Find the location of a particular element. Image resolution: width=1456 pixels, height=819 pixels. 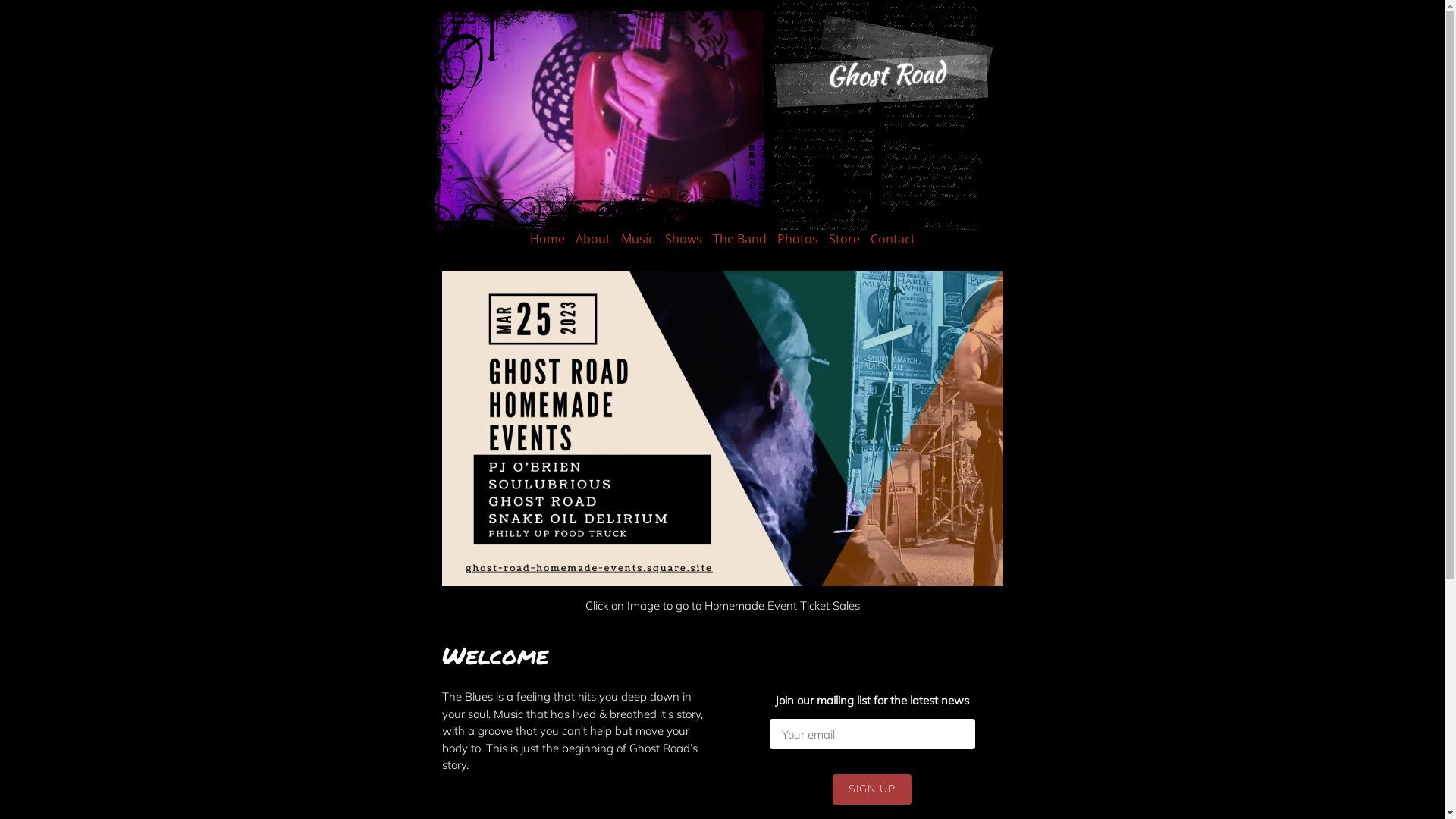

'Contact' is located at coordinates (893, 239).